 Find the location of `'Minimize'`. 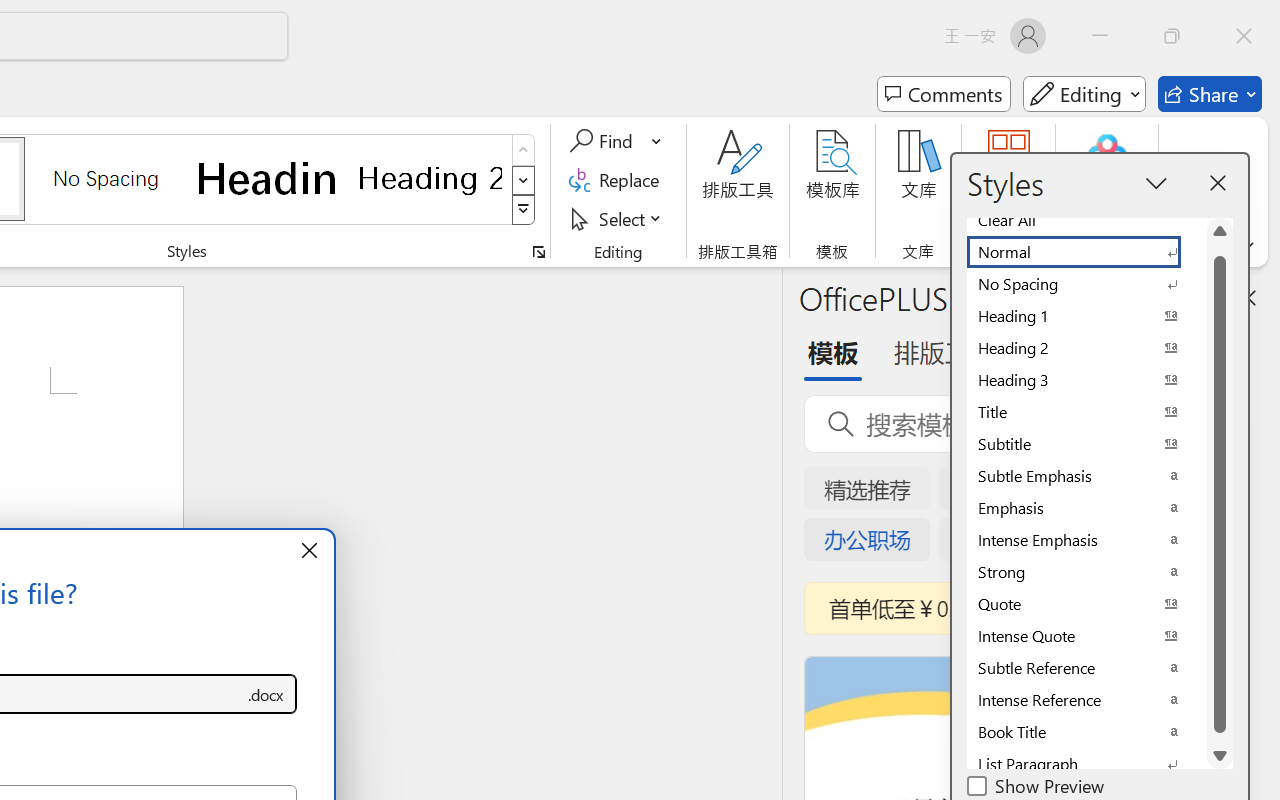

'Minimize' is located at coordinates (1099, 35).